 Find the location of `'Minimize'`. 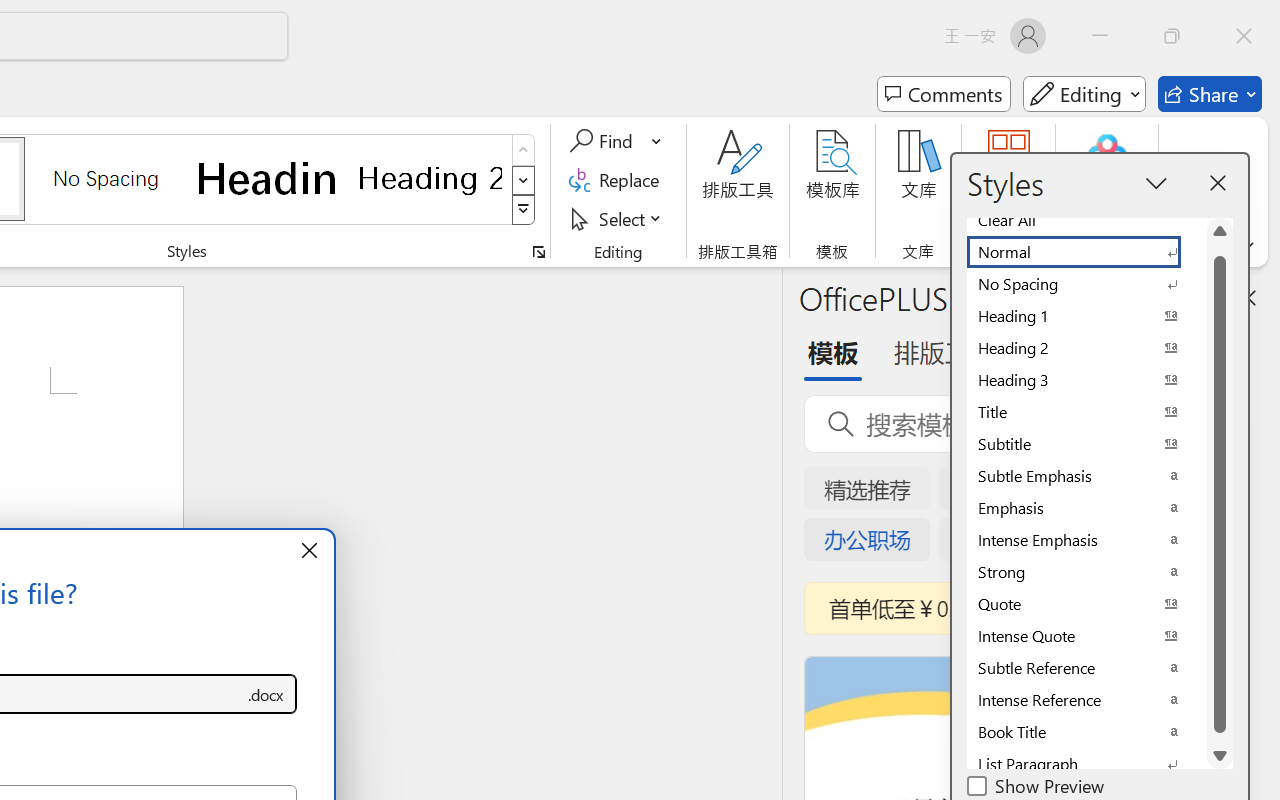

'Minimize' is located at coordinates (1099, 35).